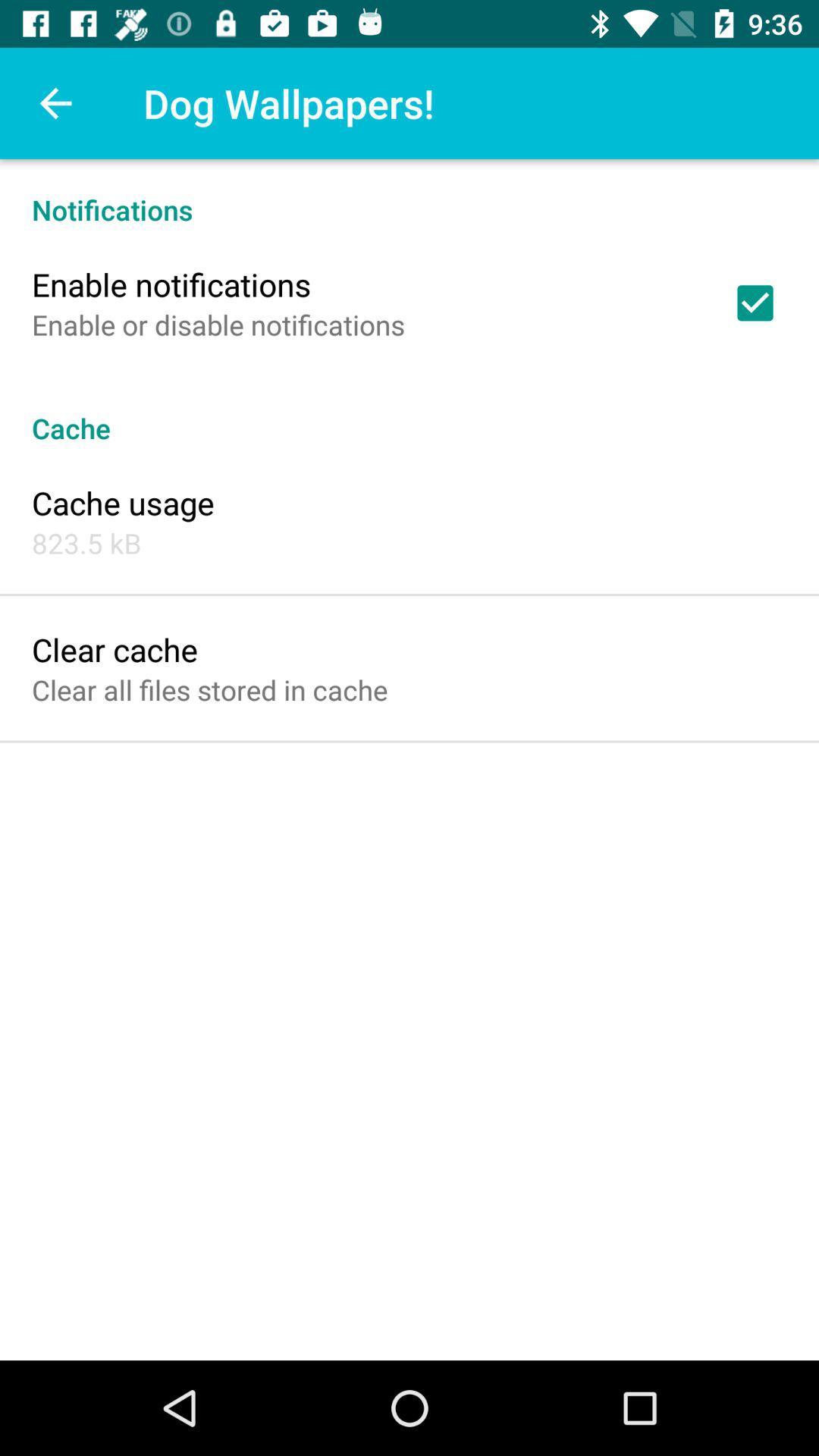 This screenshot has height=1456, width=819. What do you see at coordinates (122, 502) in the screenshot?
I see `item above 823.5 kb icon` at bounding box center [122, 502].